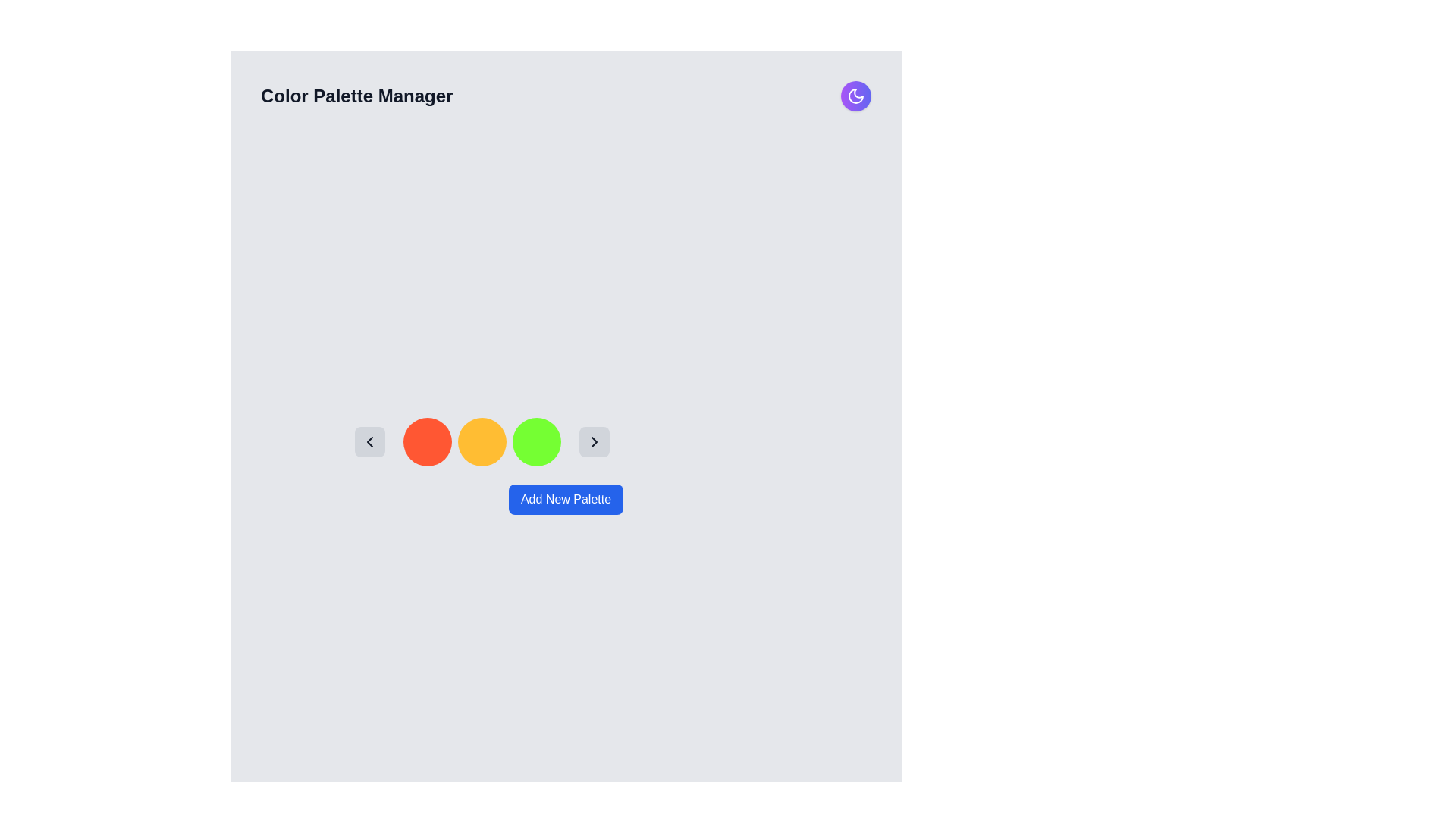 The width and height of the screenshot is (1456, 819). Describe the element at coordinates (369, 441) in the screenshot. I see `the leftmost button with a light gray background and a black left-pointing chevron icon to interact with it` at that location.